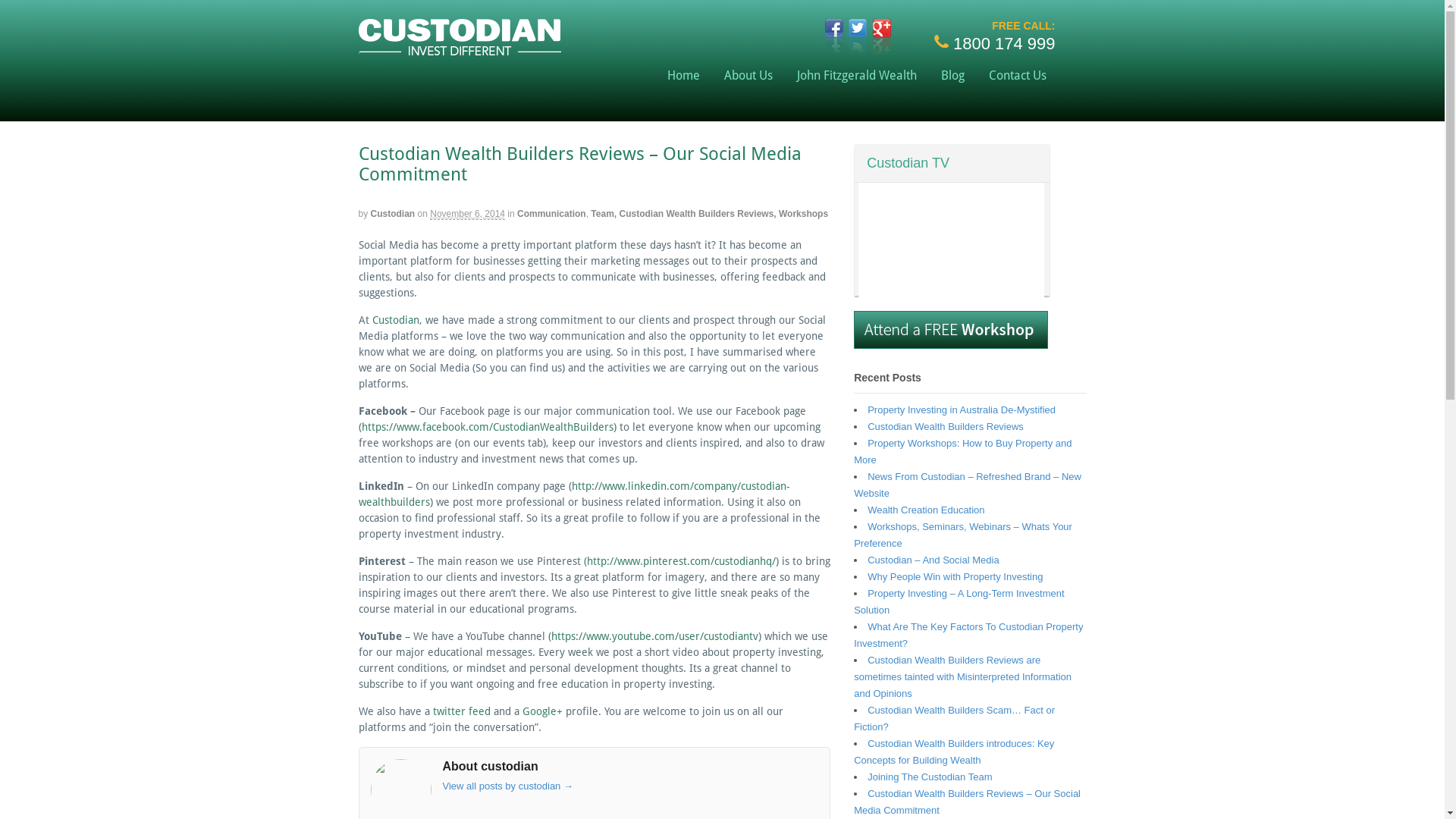 The image size is (1456, 819). Describe the element at coordinates (856, 75) in the screenshot. I see `'John Fitzgerald Wealth'` at that location.